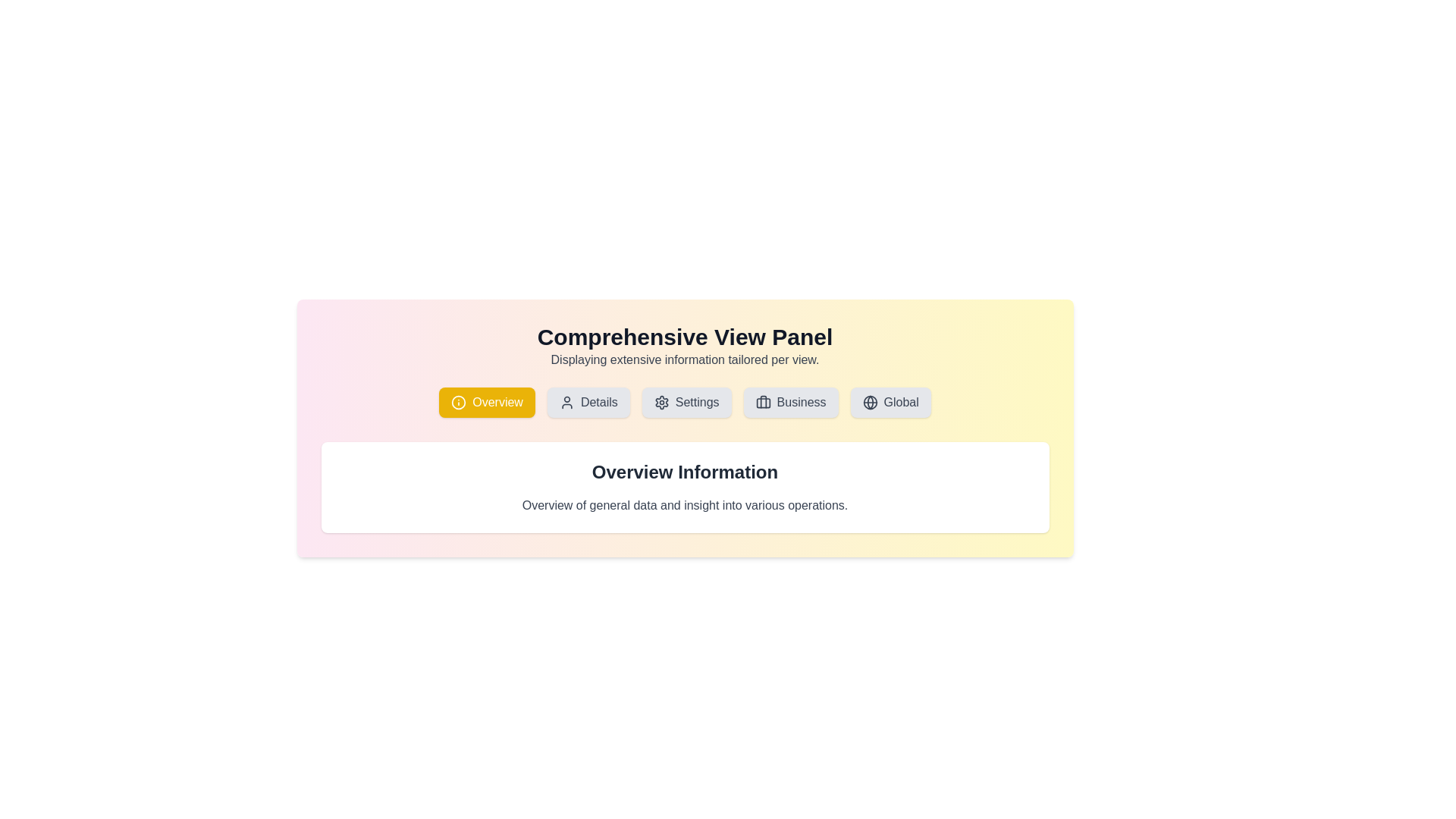 The height and width of the screenshot is (819, 1456). I want to click on the settings cogwheel icon located in the Comprehensive View Panel, which is the third button from the left, so click(661, 402).